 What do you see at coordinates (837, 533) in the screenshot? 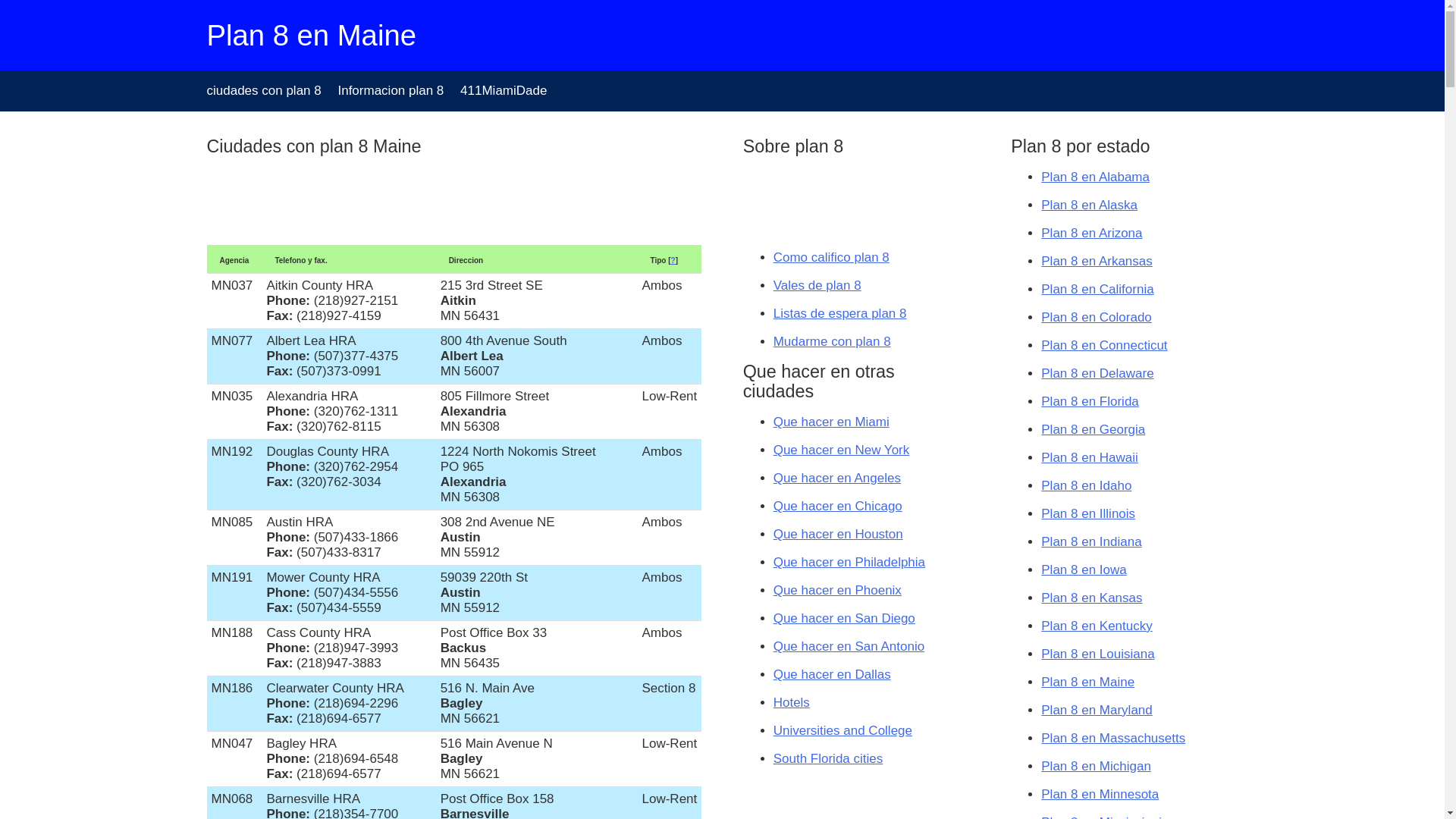
I see `'Que hacer en Houston'` at bounding box center [837, 533].